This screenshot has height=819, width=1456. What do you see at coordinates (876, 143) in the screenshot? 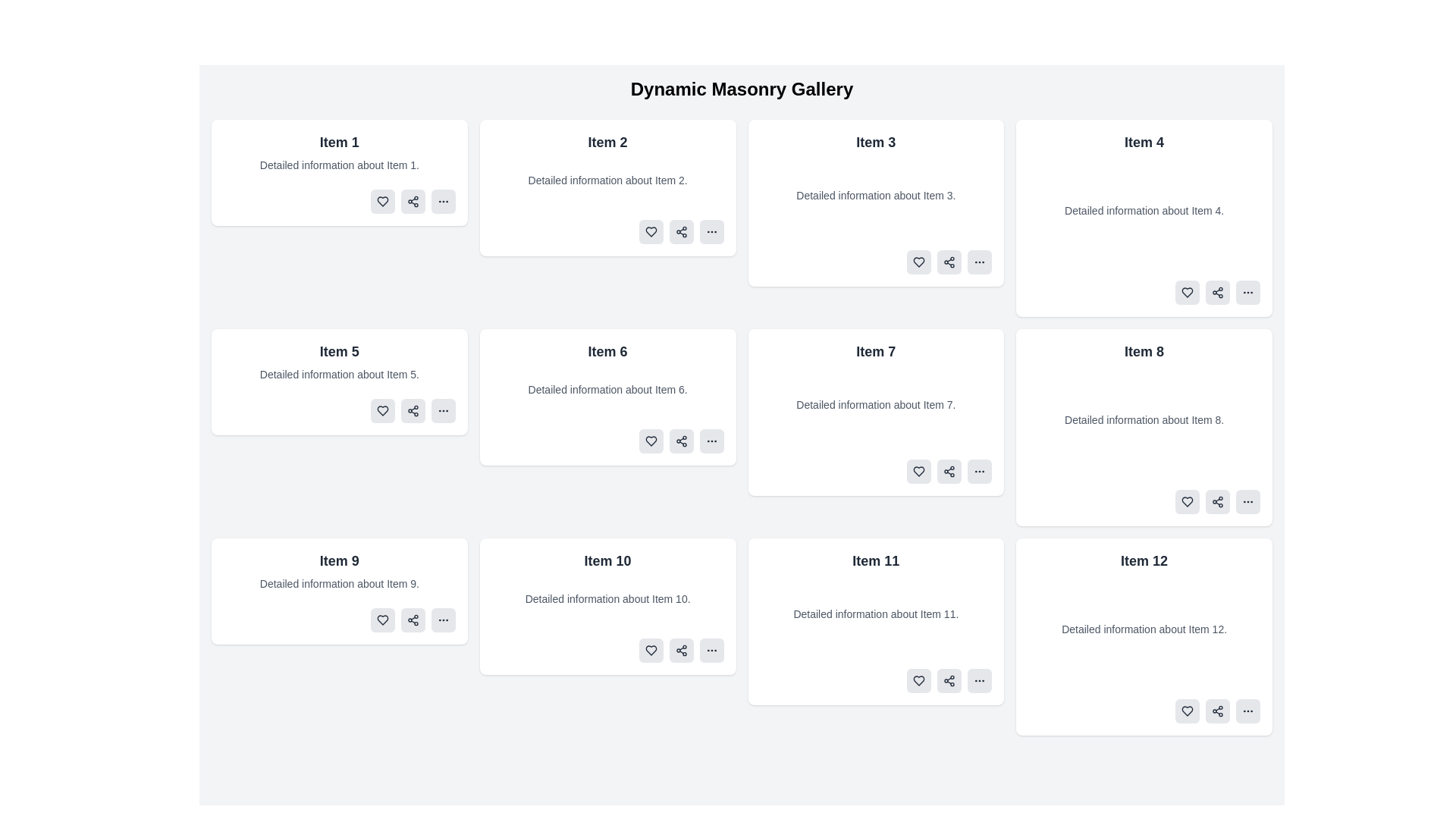
I see `the title text component located at the top of the third card in the first row of the grid layout, which serves as a heading for the card's content` at bounding box center [876, 143].